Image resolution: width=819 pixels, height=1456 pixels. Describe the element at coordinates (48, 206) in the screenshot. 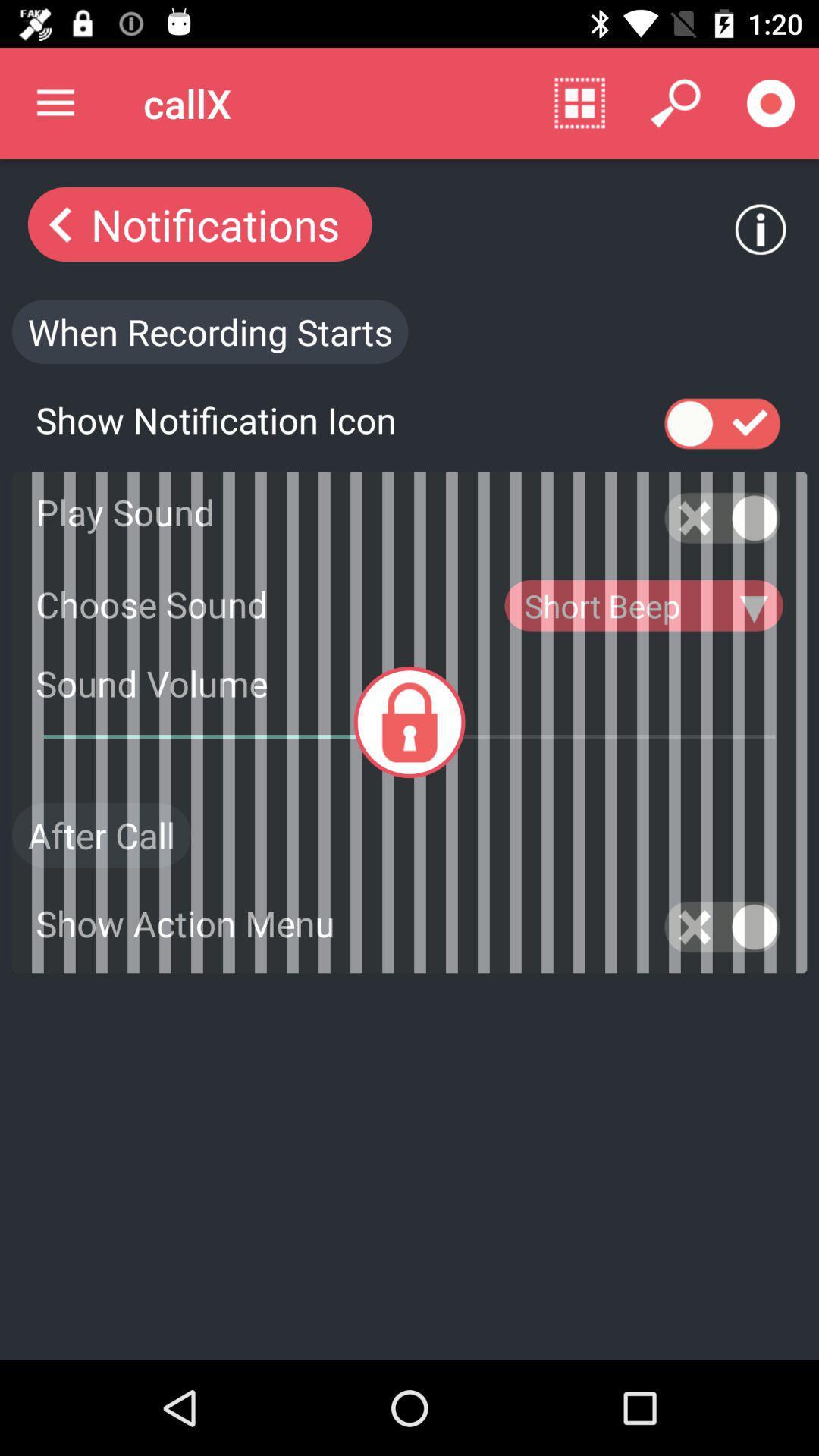

I see `the arrow_backward icon` at that location.